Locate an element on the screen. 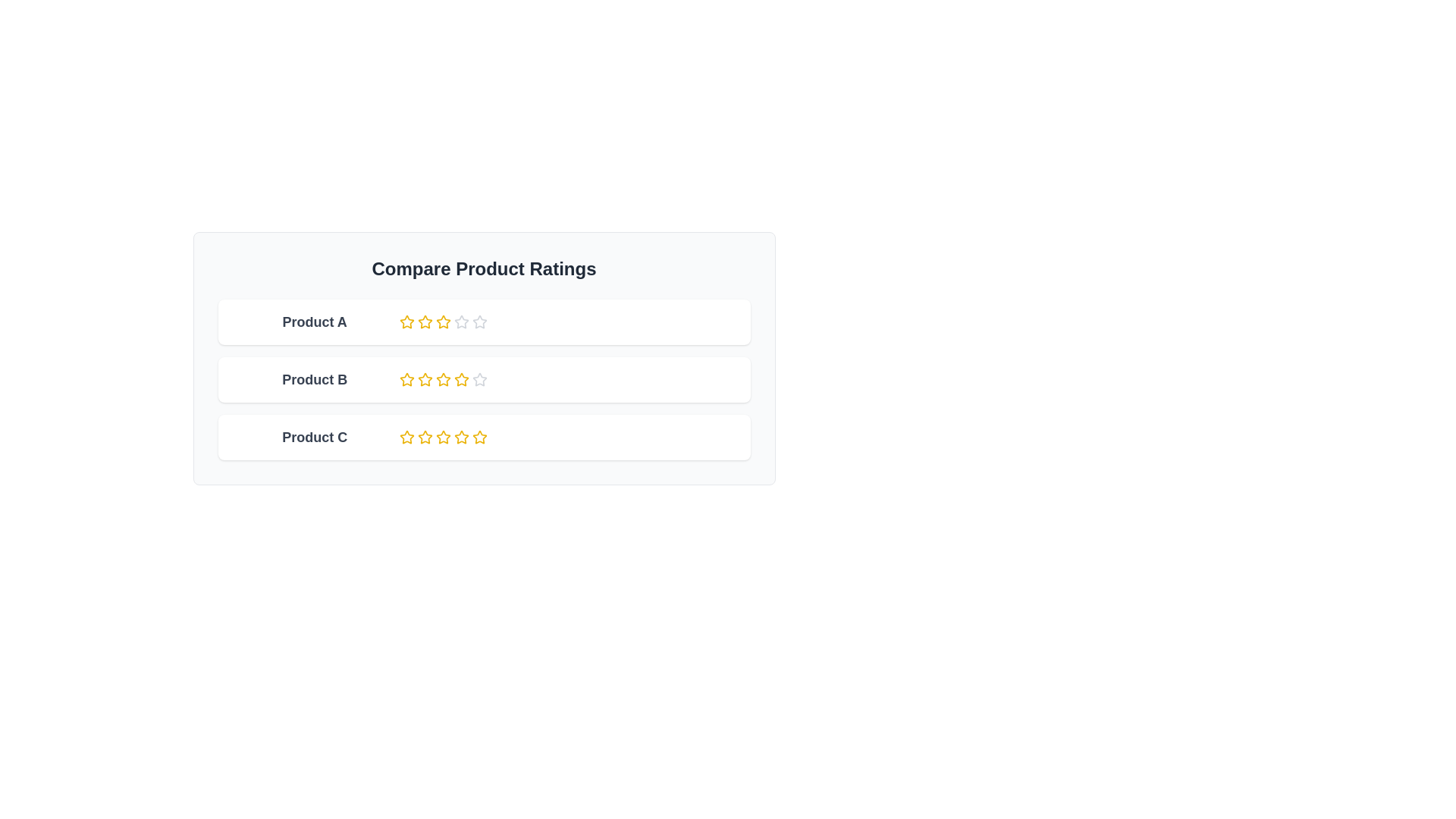  the fifth yellow star in the second rating row for 'Product B', which is a star icon indicative of a rating component is located at coordinates (460, 379).